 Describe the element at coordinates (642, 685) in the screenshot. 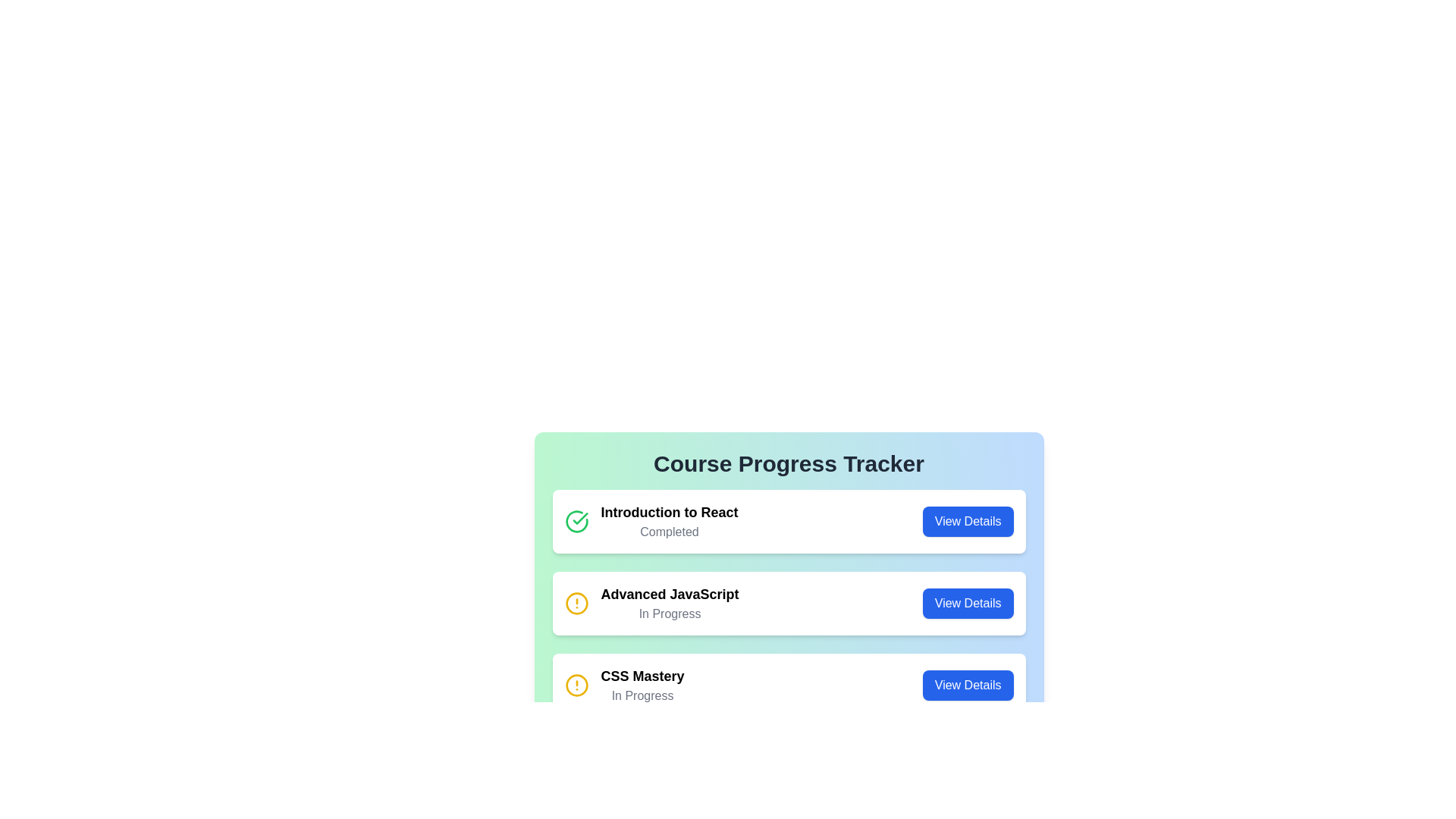

I see `the text block titled 'CSS Mastery' with subtitle 'In Progress' in the 'Course Progress Tracker' section, located above the 'View Details' button` at that location.